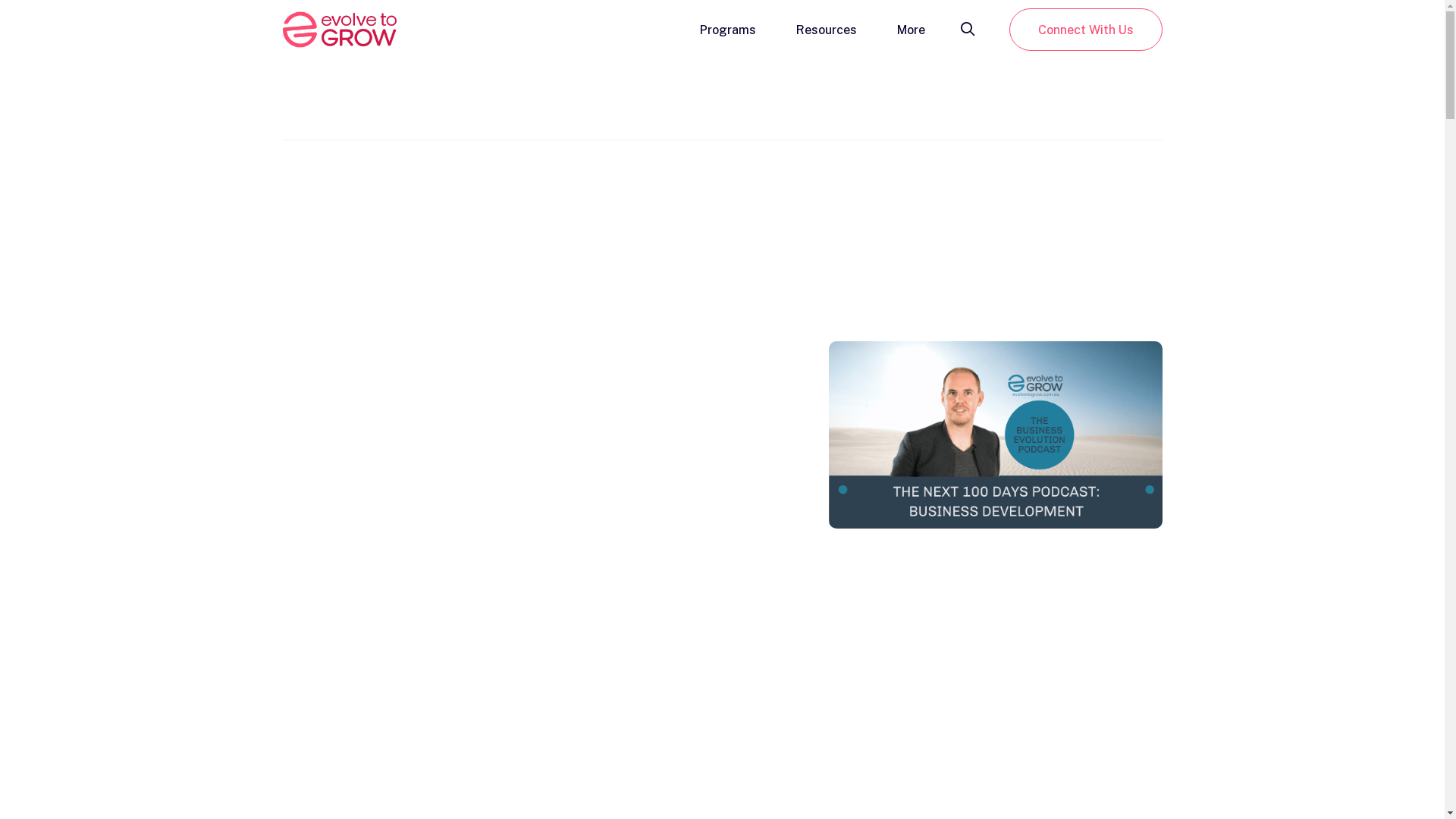 This screenshot has width=1456, height=819. What do you see at coordinates (1084, 29) in the screenshot?
I see `'Connect With Us'` at bounding box center [1084, 29].